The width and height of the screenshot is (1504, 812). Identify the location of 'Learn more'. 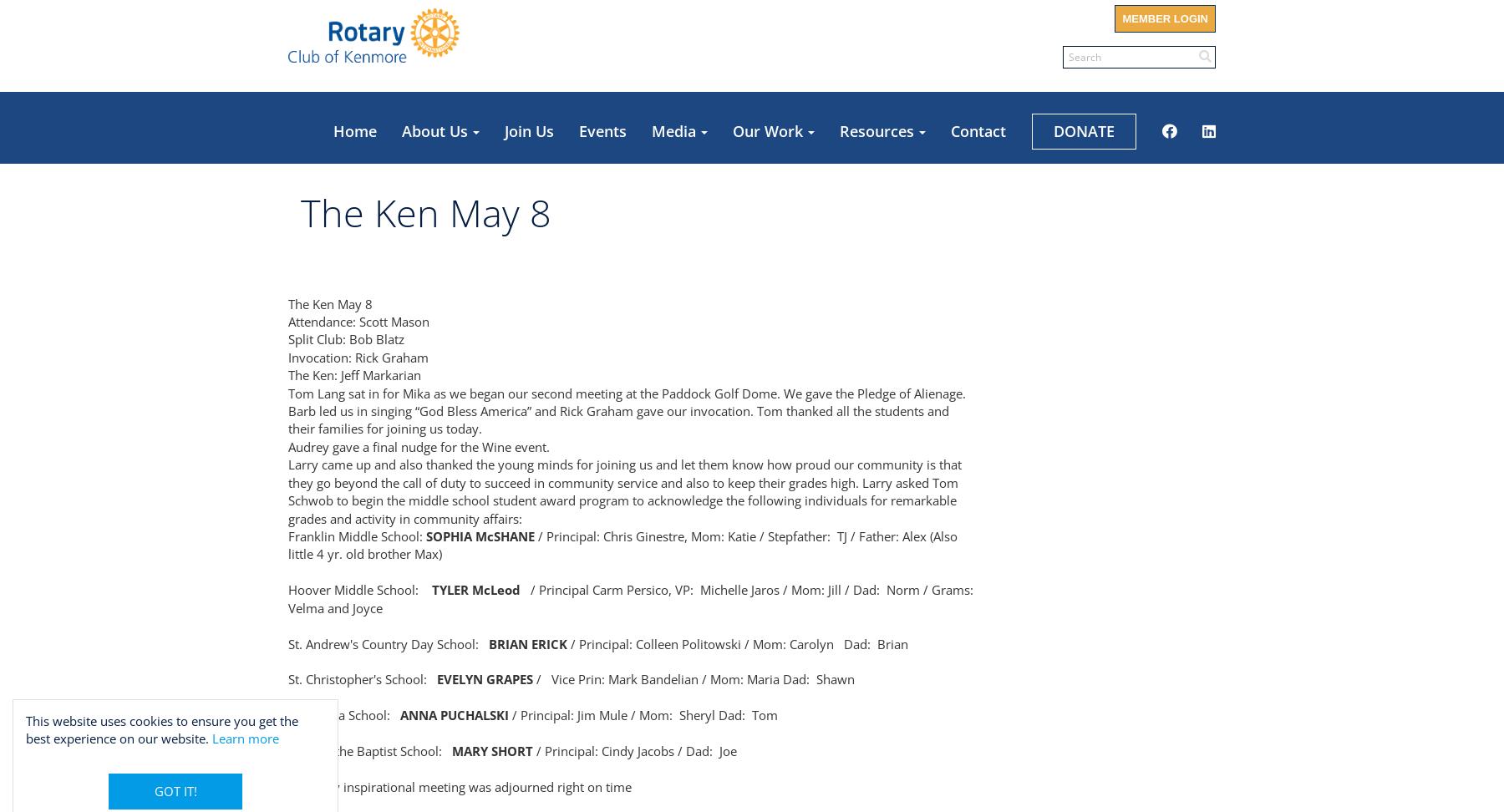
(244, 738).